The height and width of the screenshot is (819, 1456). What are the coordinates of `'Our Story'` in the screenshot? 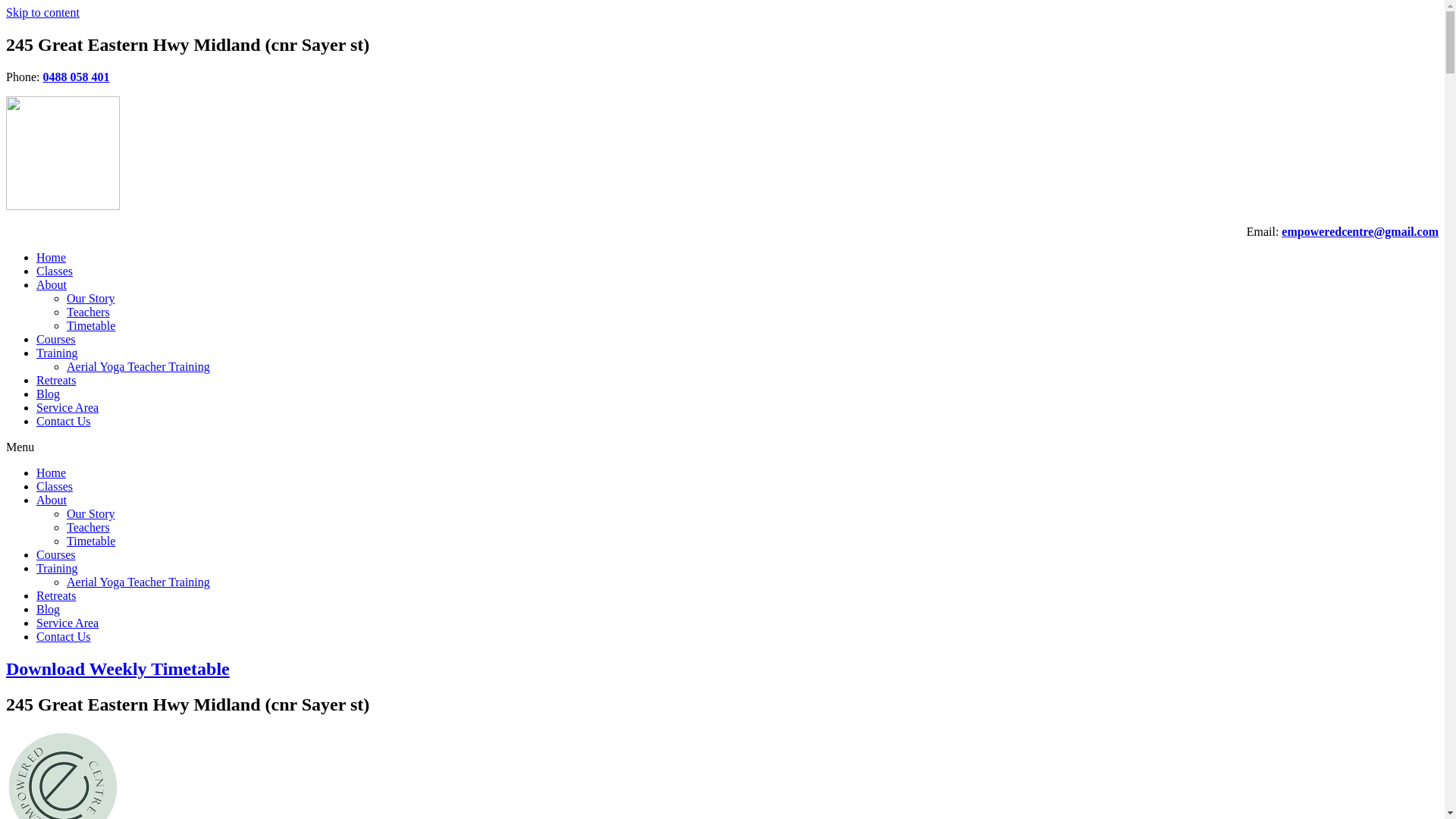 It's located at (90, 298).